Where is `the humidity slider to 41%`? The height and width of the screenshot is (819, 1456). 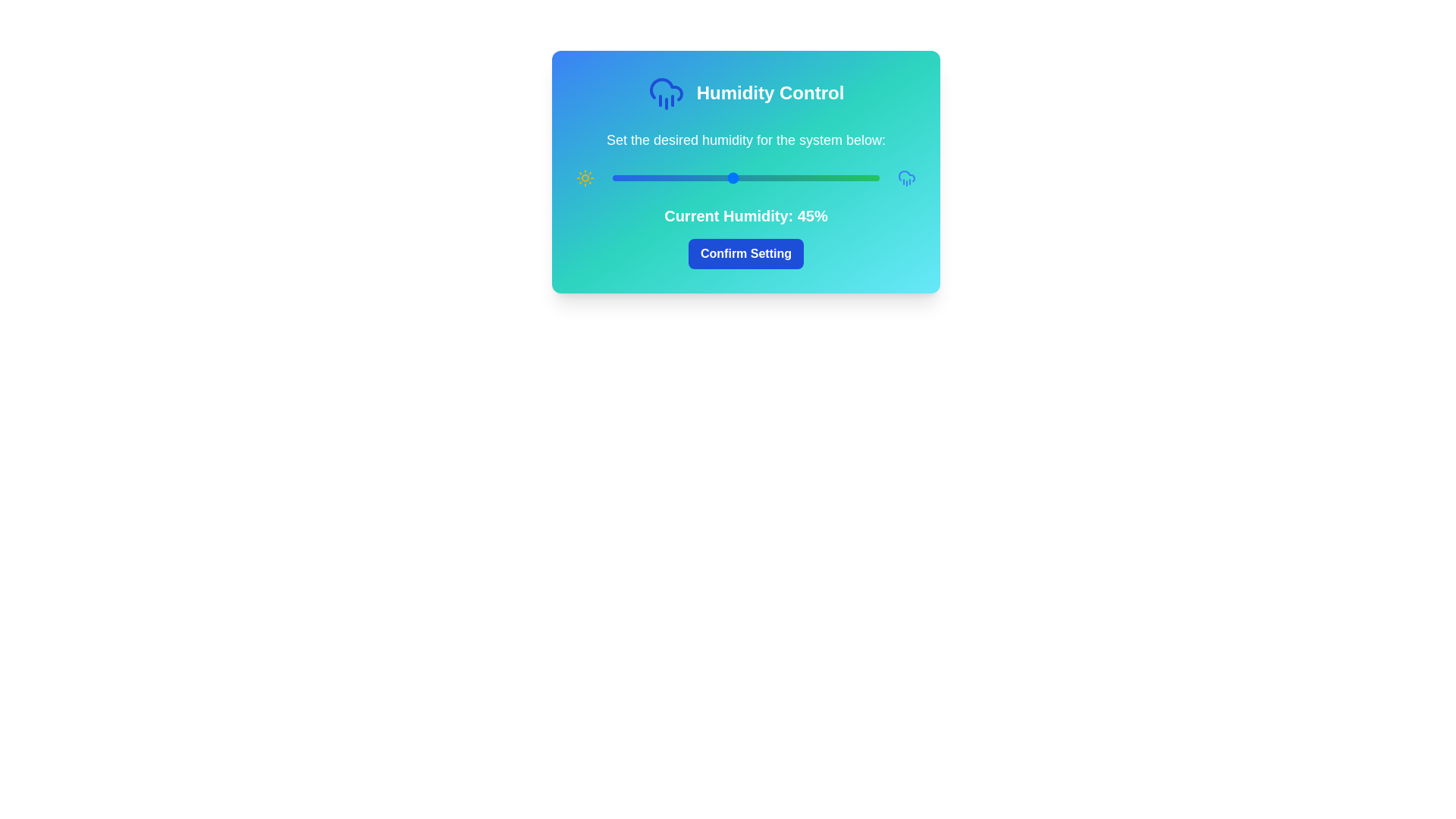 the humidity slider to 41% is located at coordinates (721, 177).